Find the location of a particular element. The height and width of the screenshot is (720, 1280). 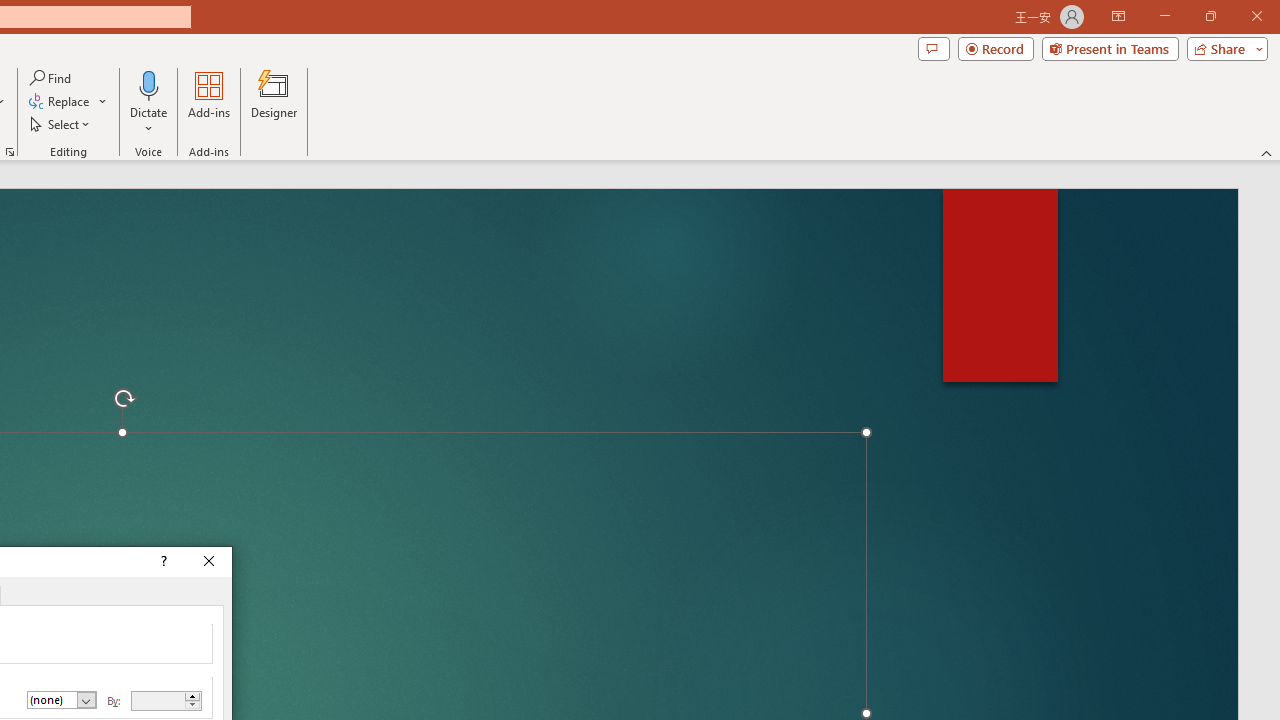

'By' is located at coordinates (166, 700).